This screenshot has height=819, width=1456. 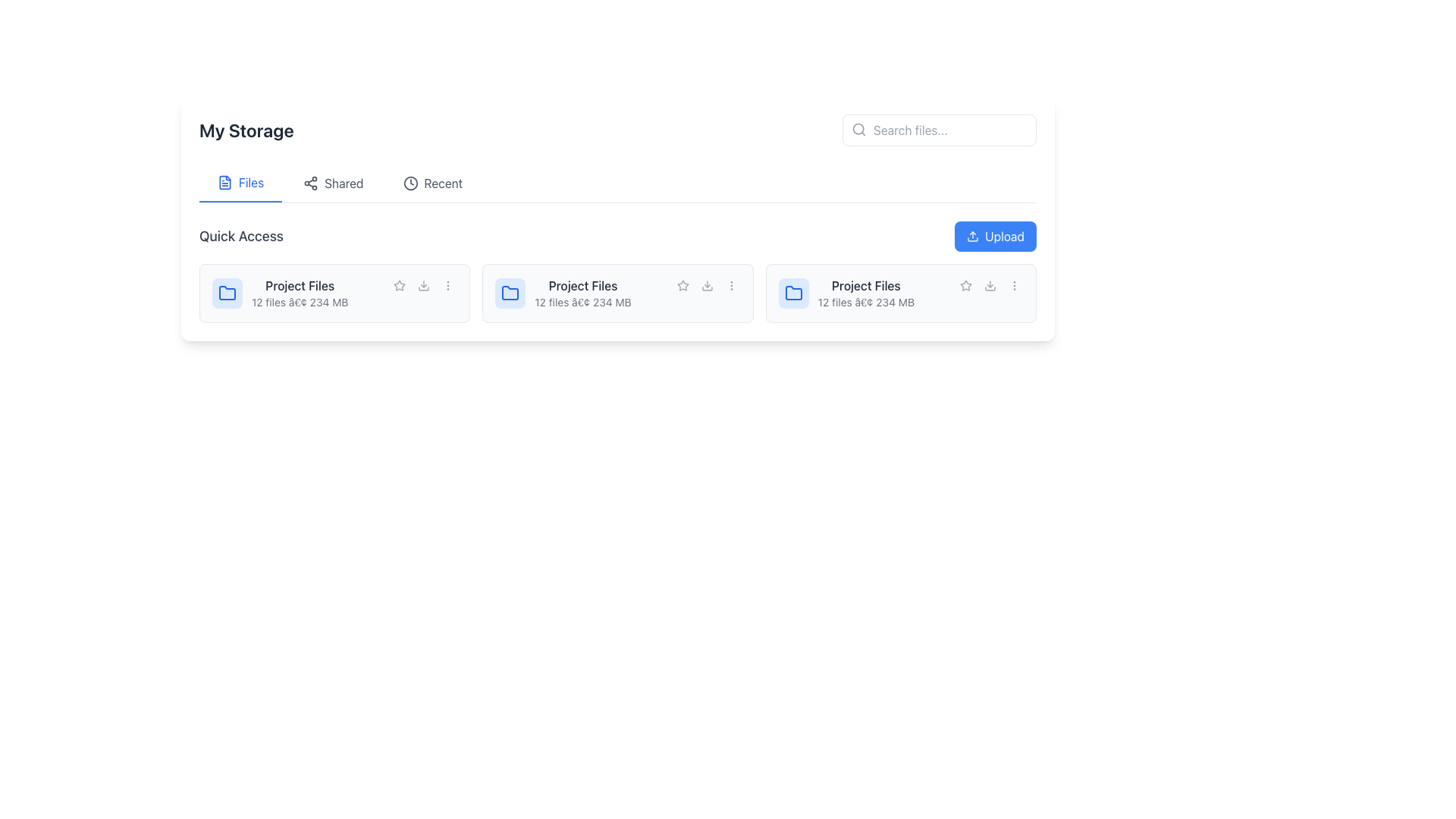 I want to click on the download button located in the 'Quick Access' section, which is positioned to the right of the star icon and before the three-dot menu, to initiate the download, so click(x=706, y=286).